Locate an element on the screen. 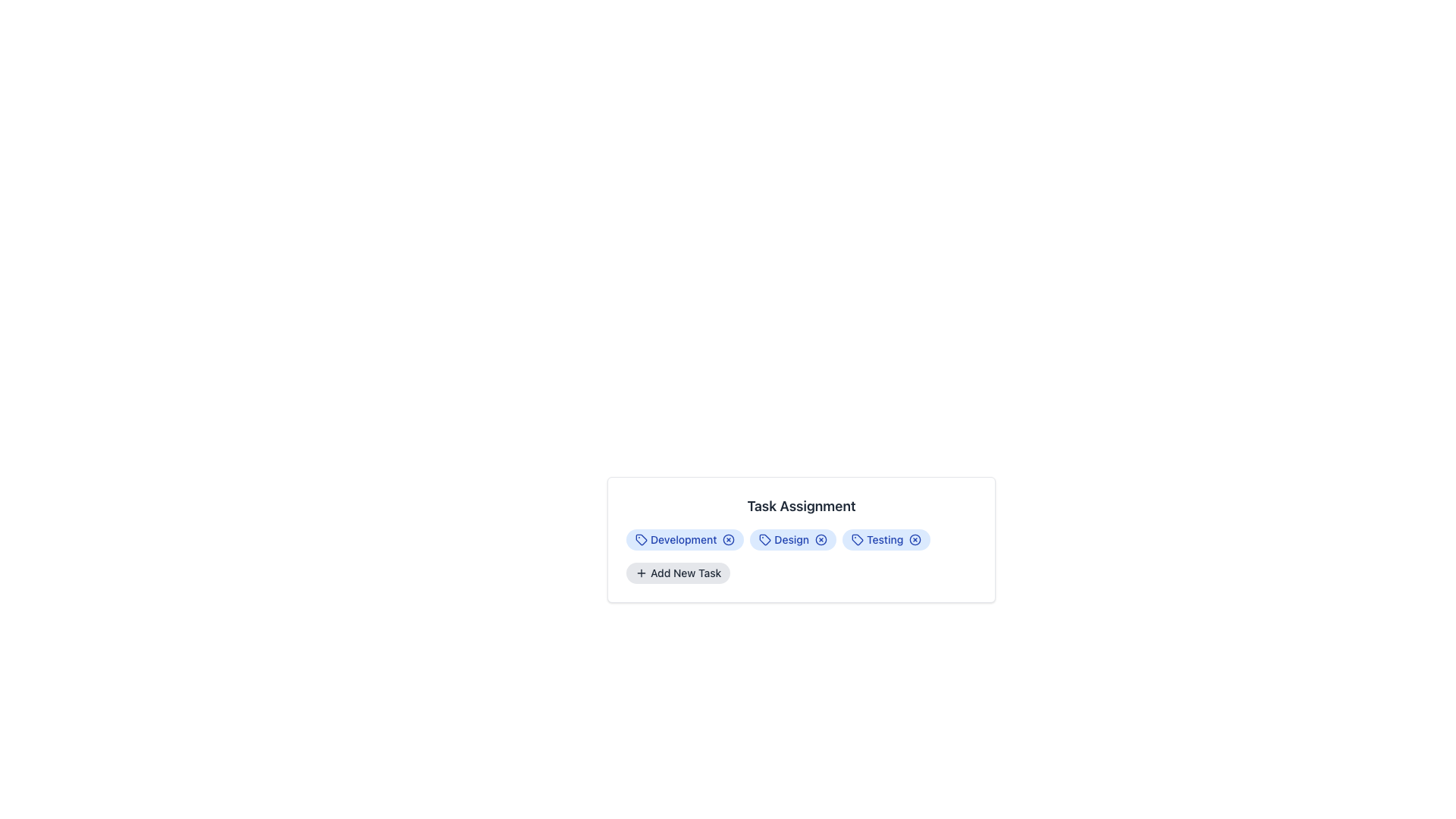 The image size is (1456, 819). the circle element located at the right edge of the 'Development' tag, which is part of the tag layout under the 'Task Assignment' header is located at coordinates (729, 539).